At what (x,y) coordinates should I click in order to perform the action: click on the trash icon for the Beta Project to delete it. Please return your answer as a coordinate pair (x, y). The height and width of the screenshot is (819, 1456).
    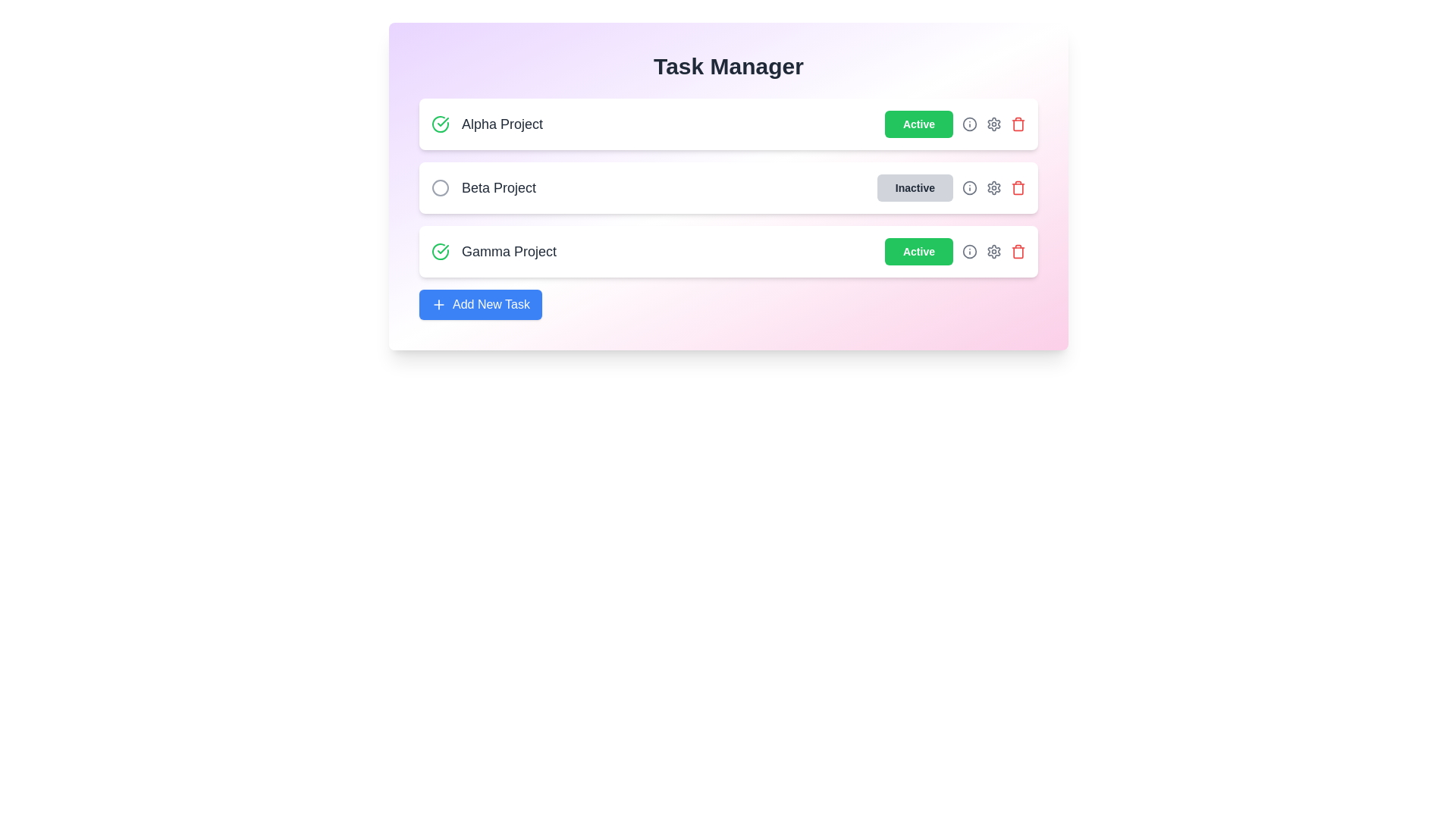
    Looking at the image, I should click on (1018, 187).